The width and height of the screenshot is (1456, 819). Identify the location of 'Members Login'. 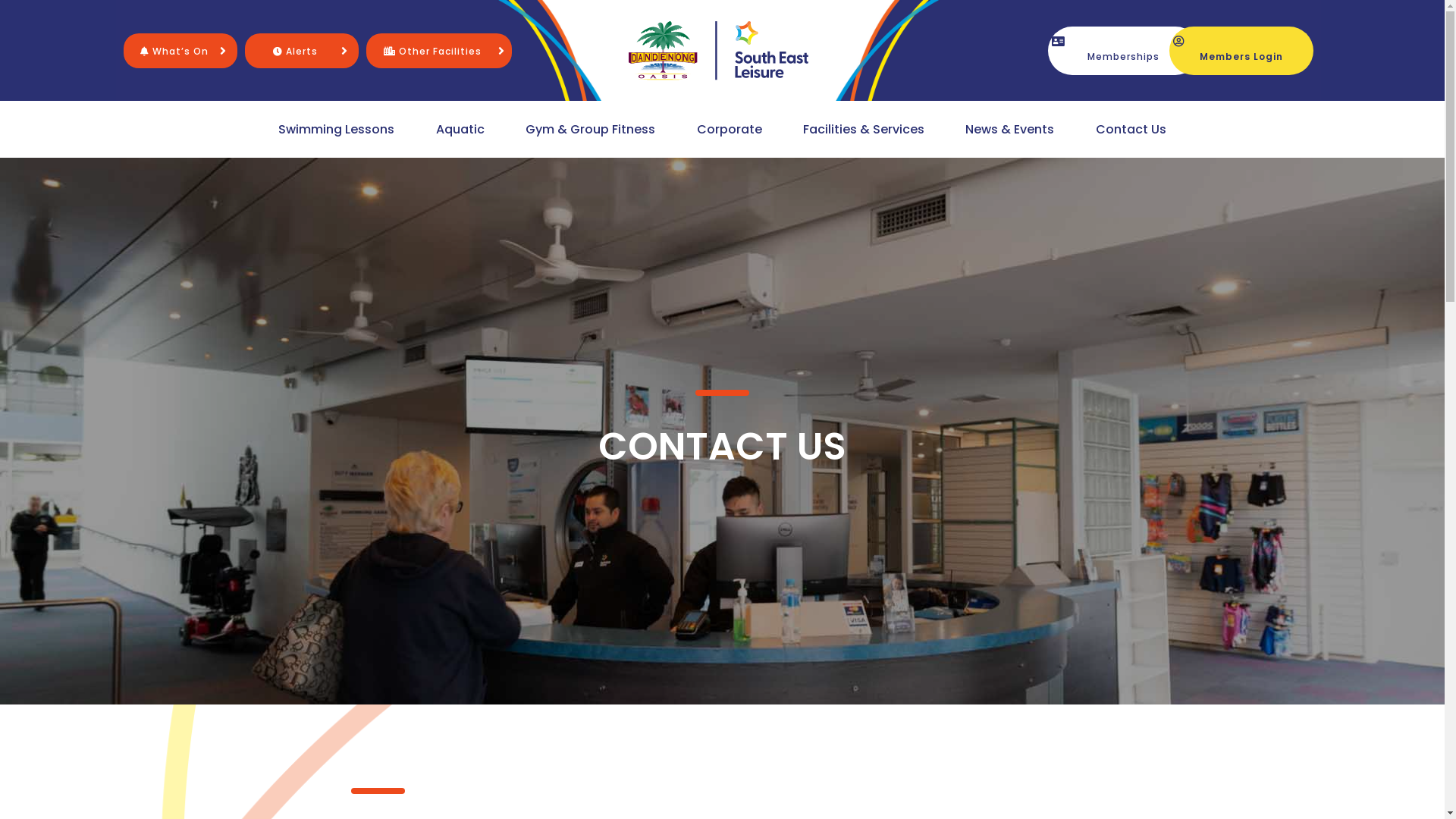
(1241, 49).